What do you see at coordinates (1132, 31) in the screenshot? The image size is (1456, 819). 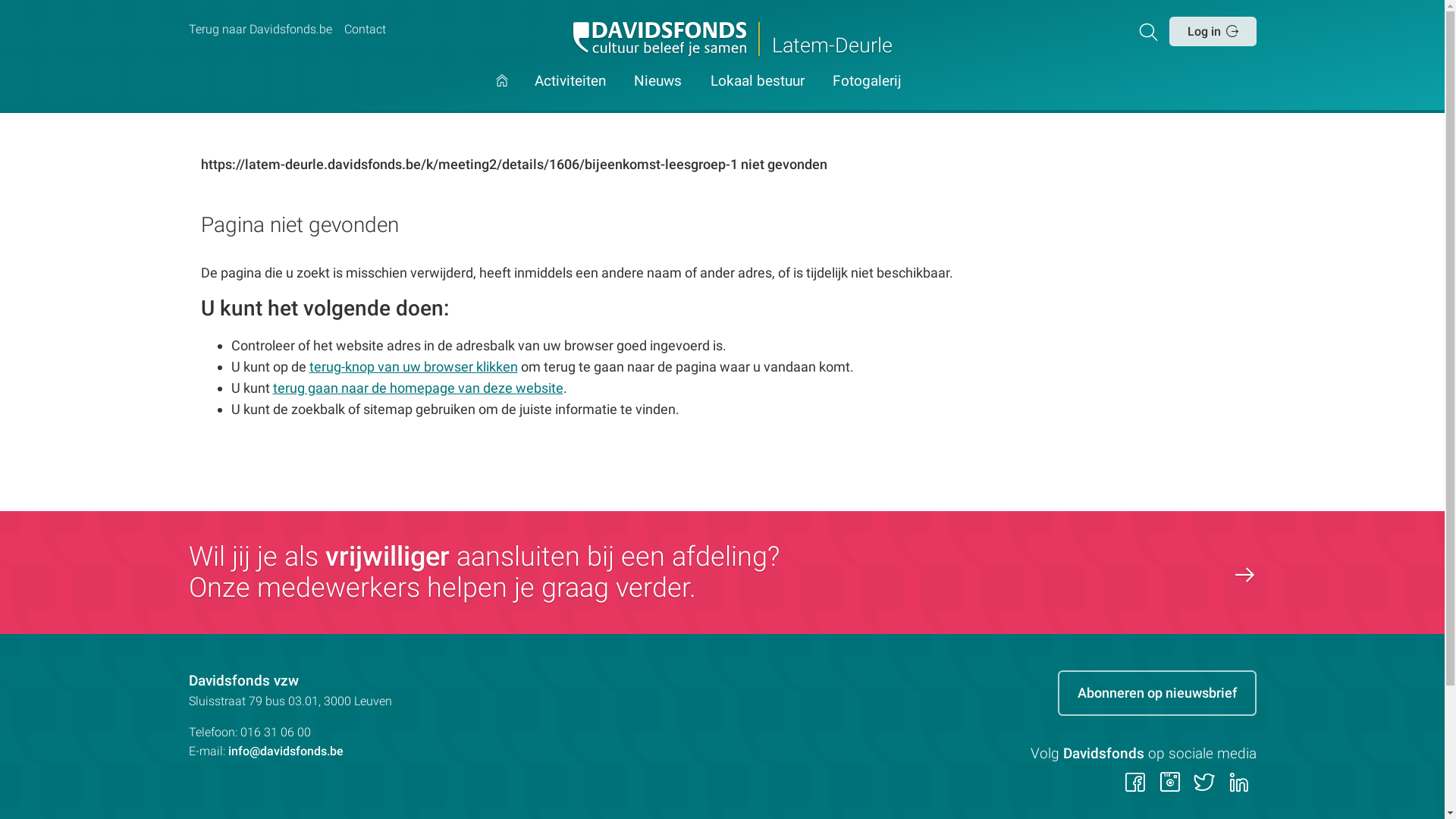 I see `'Zoeken'` at bounding box center [1132, 31].